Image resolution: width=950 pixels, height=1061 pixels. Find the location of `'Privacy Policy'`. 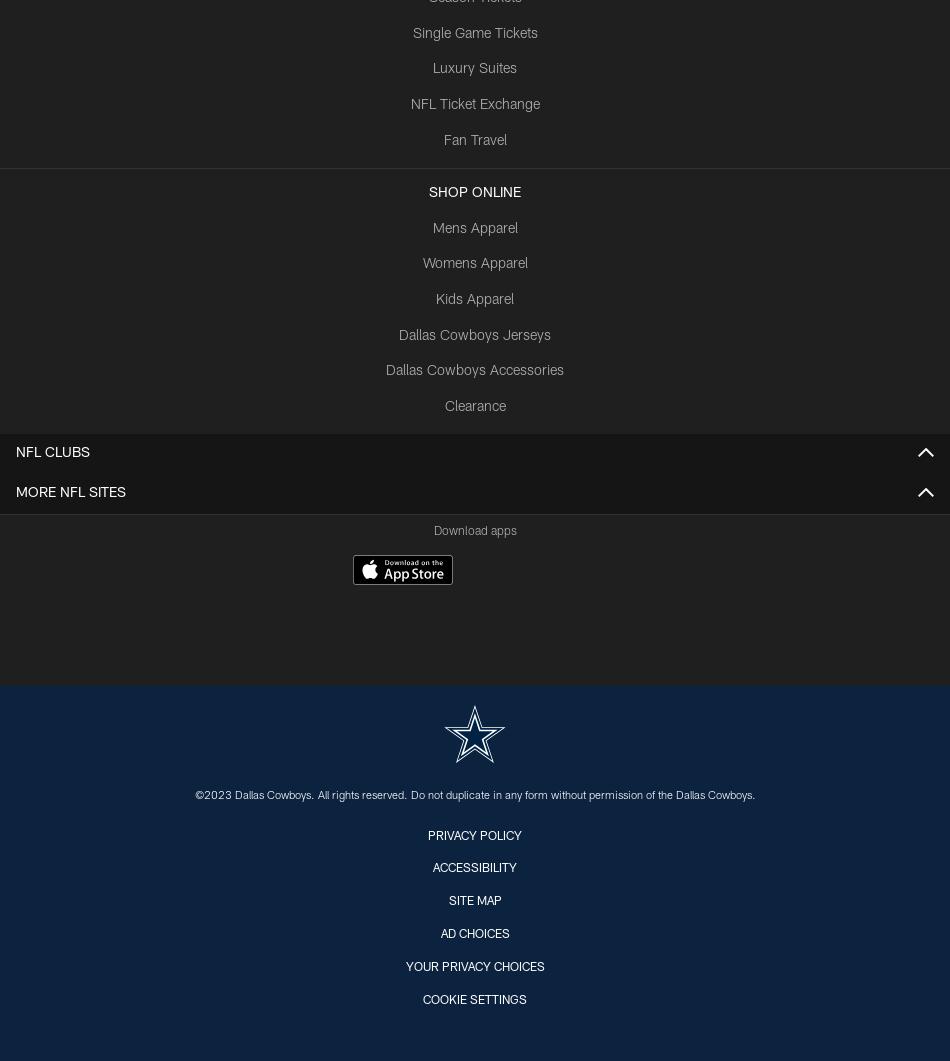

'Privacy Policy' is located at coordinates (475, 835).